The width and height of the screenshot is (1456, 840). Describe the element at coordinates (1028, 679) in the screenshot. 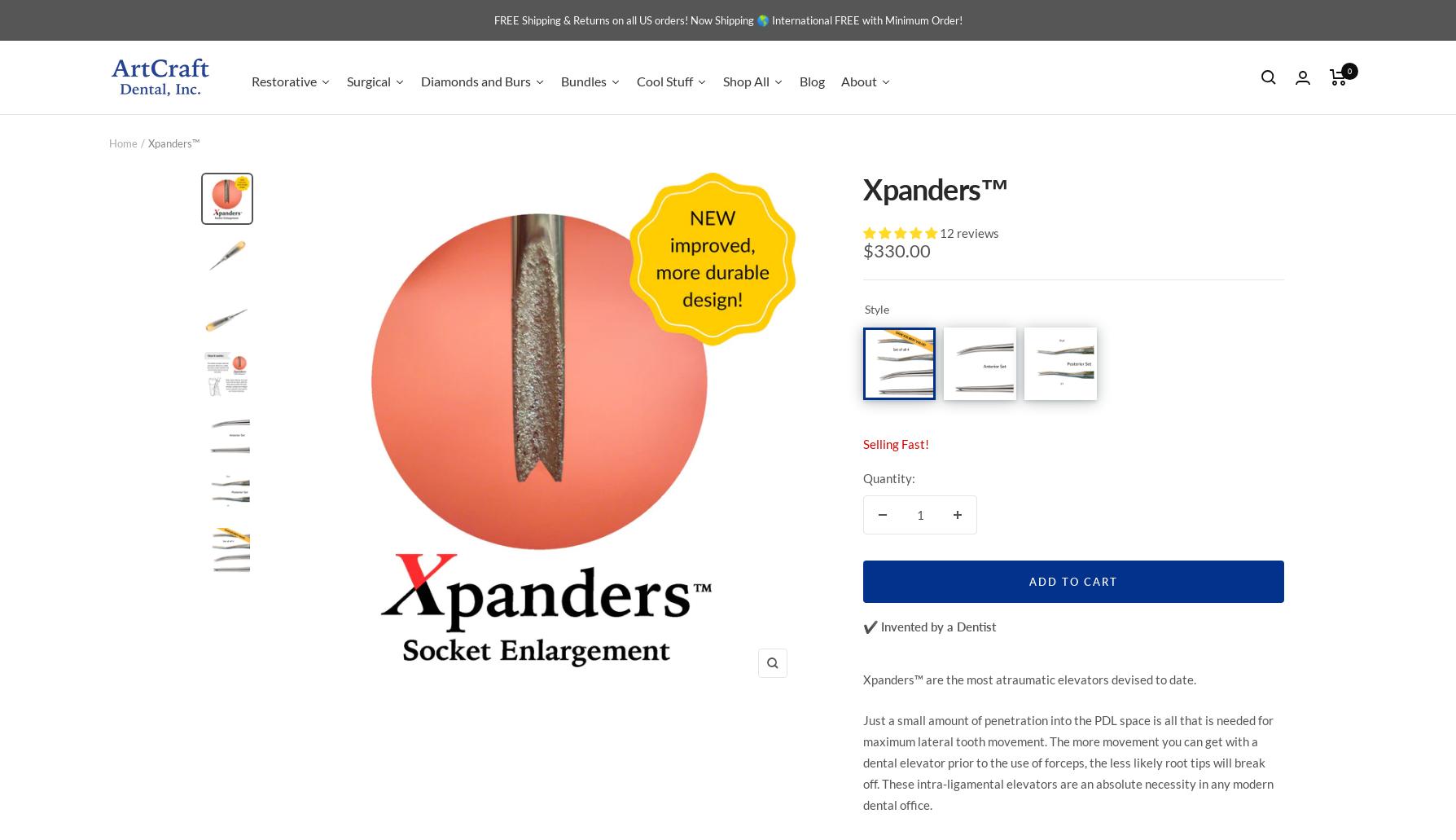

I see `'Xpanders™ are the most atraumatic elevators devised to date.'` at that location.